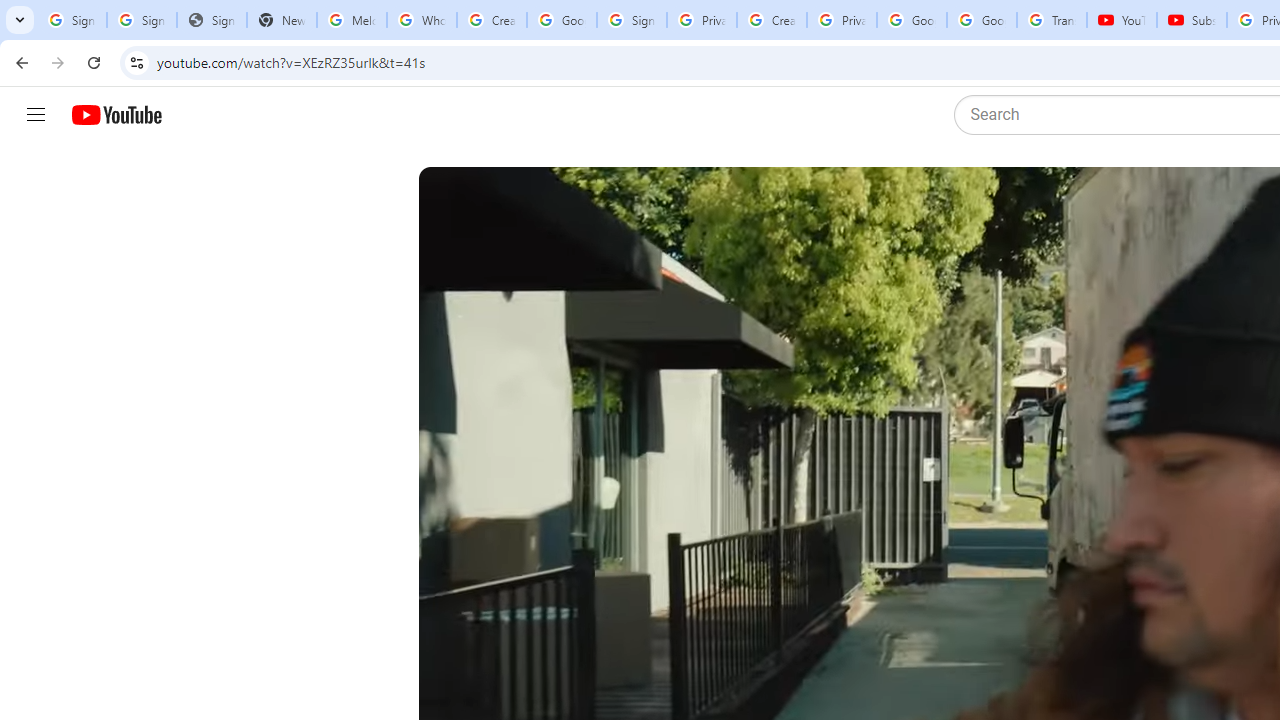 The image size is (1280, 720). Describe the element at coordinates (492, 20) in the screenshot. I see `'Create your Google Account'` at that location.